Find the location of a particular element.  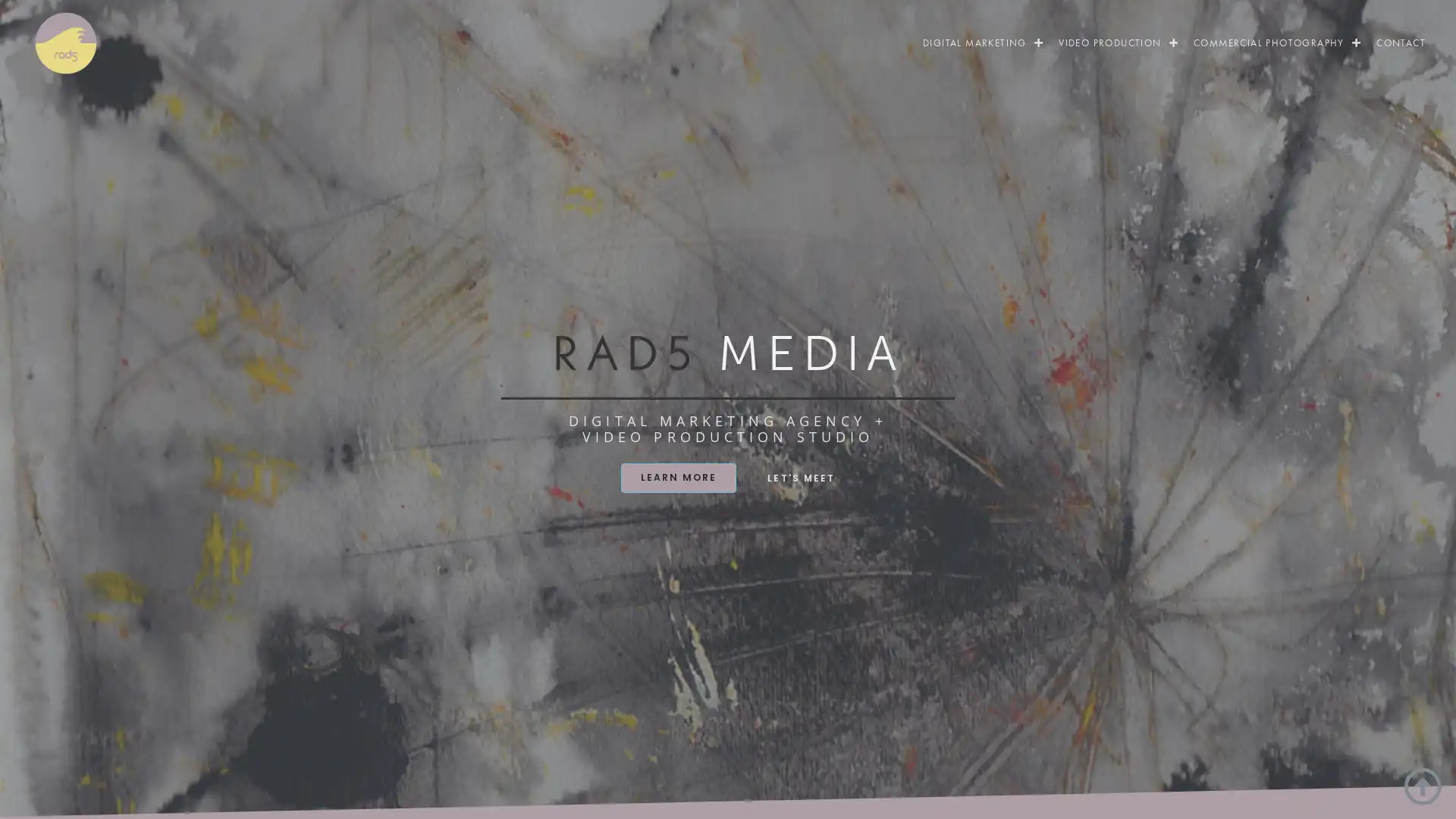

LEARN MORE is located at coordinates (677, 476).